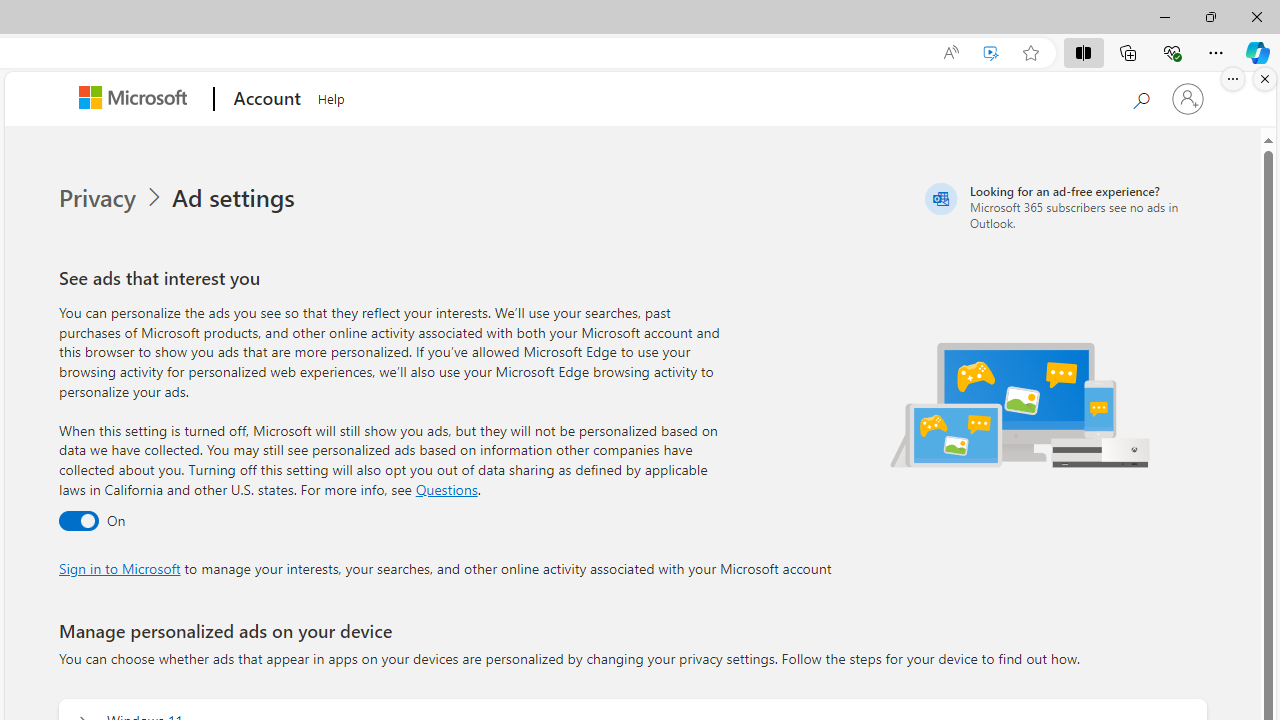 The width and height of the screenshot is (1280, 720). I want to click on 'Privacy', so click(98, 198).